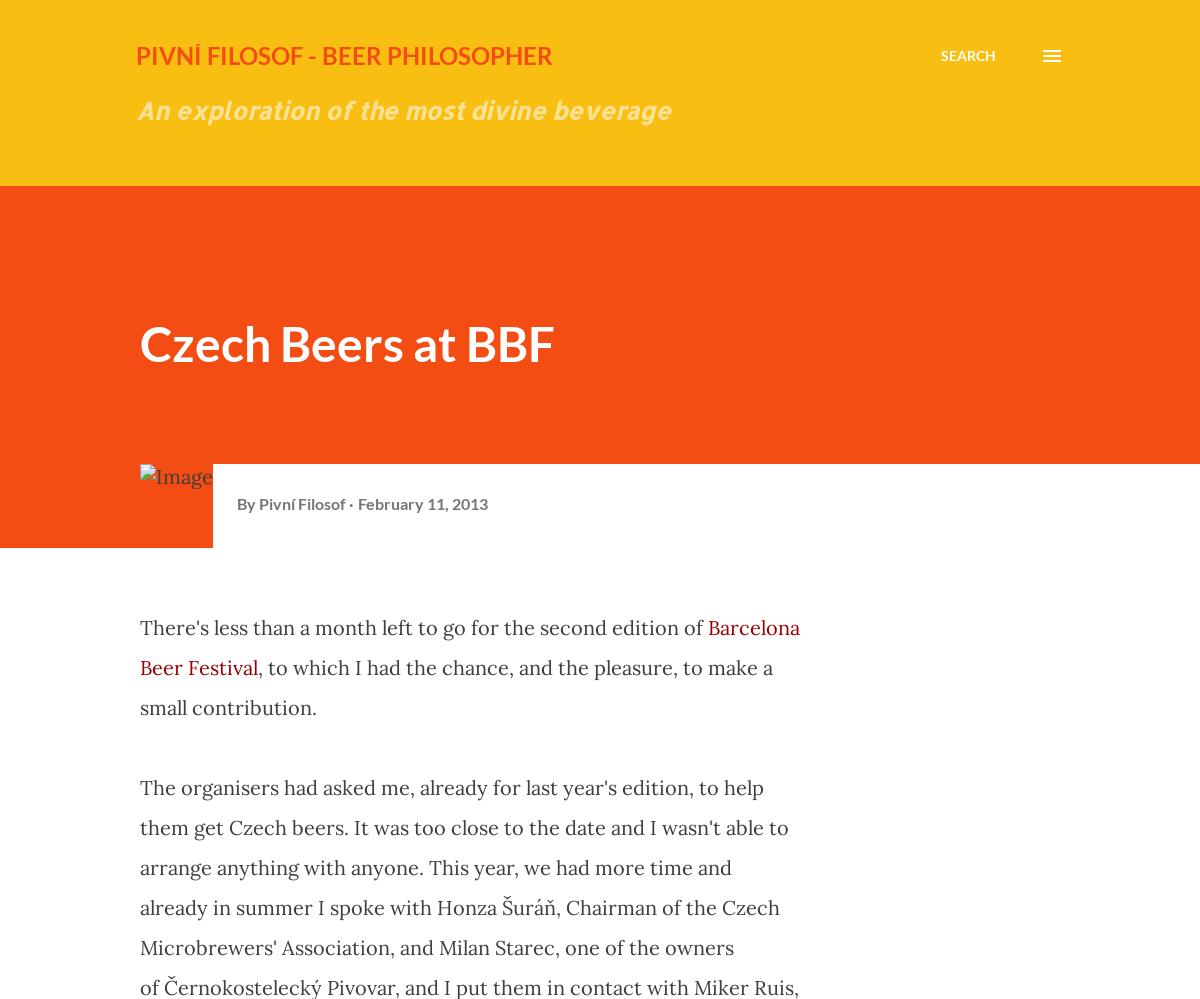 Image resolution: width=1200 pixels, height=999 pixels. I want to click on 'News', so click(909, 805).